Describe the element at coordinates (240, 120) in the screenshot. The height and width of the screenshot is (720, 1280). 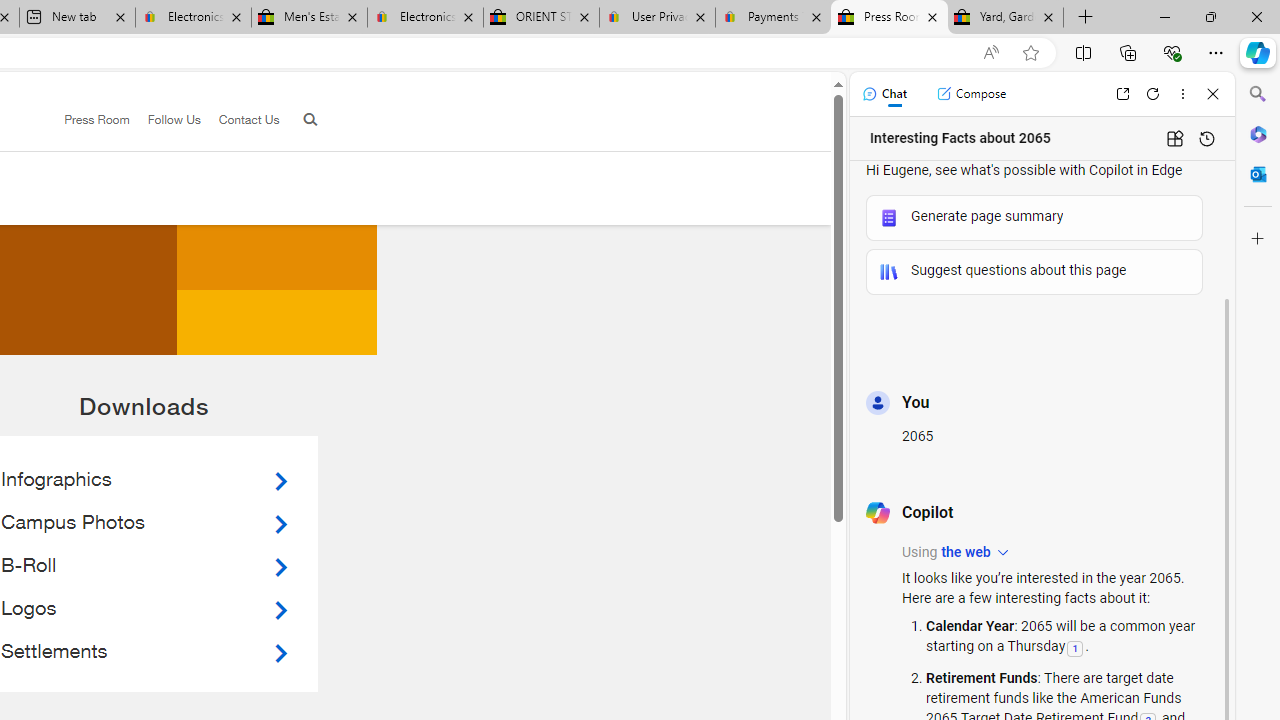
I see `'Contact Us'` at that location.